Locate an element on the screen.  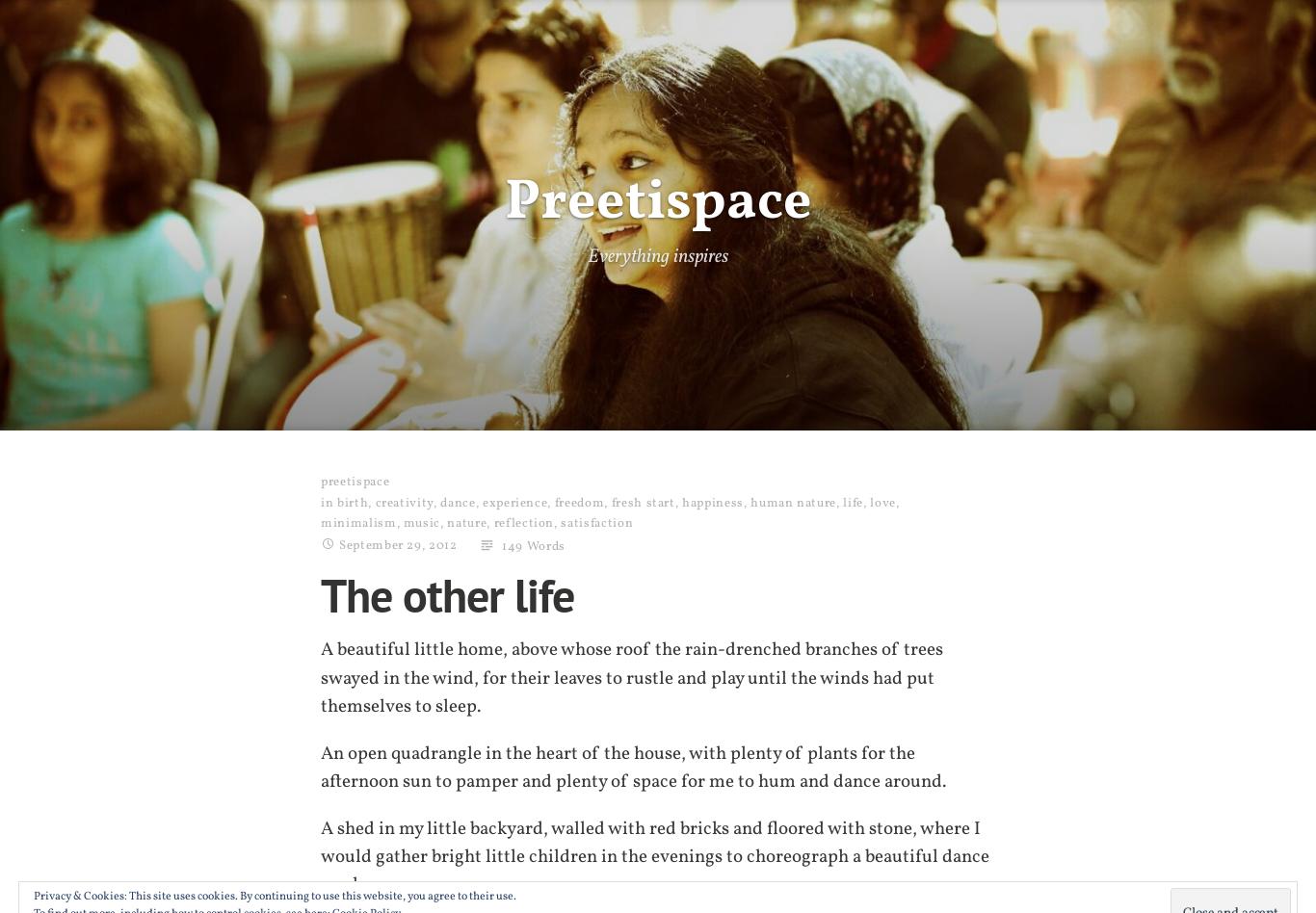
'reflection' is located at coordinates (492, 523).